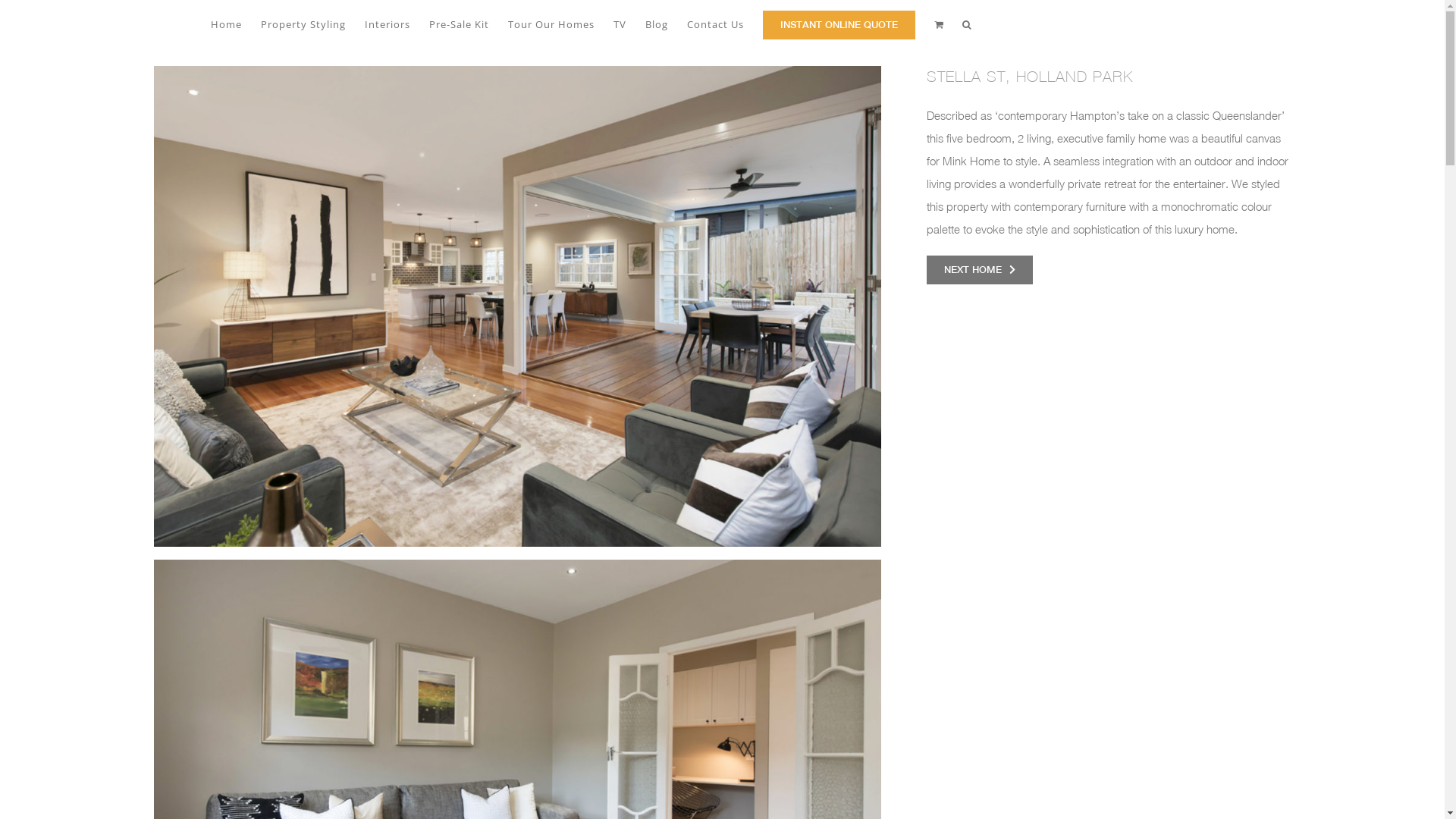  Describe the element at coordinates (516, 306) in the screenshot. I see `'REA Living and Dining'` at that location.